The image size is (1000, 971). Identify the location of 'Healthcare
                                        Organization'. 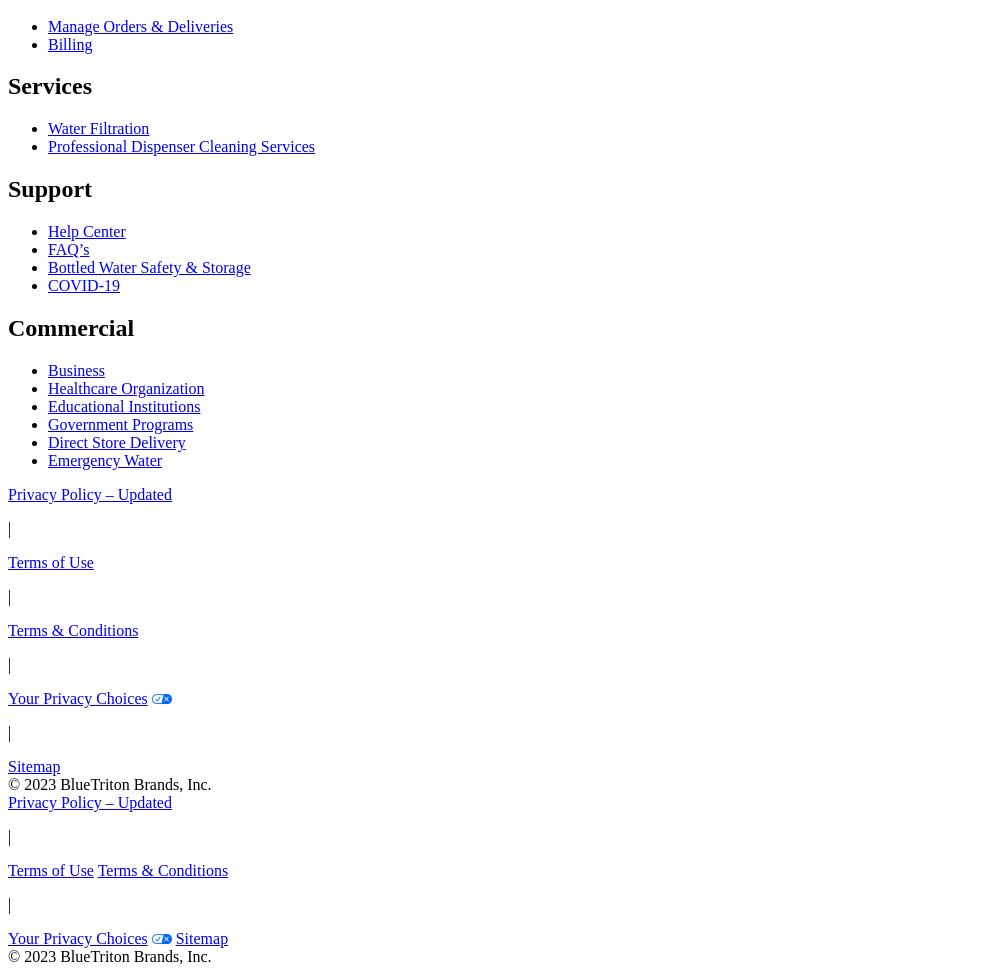
(126, 386).